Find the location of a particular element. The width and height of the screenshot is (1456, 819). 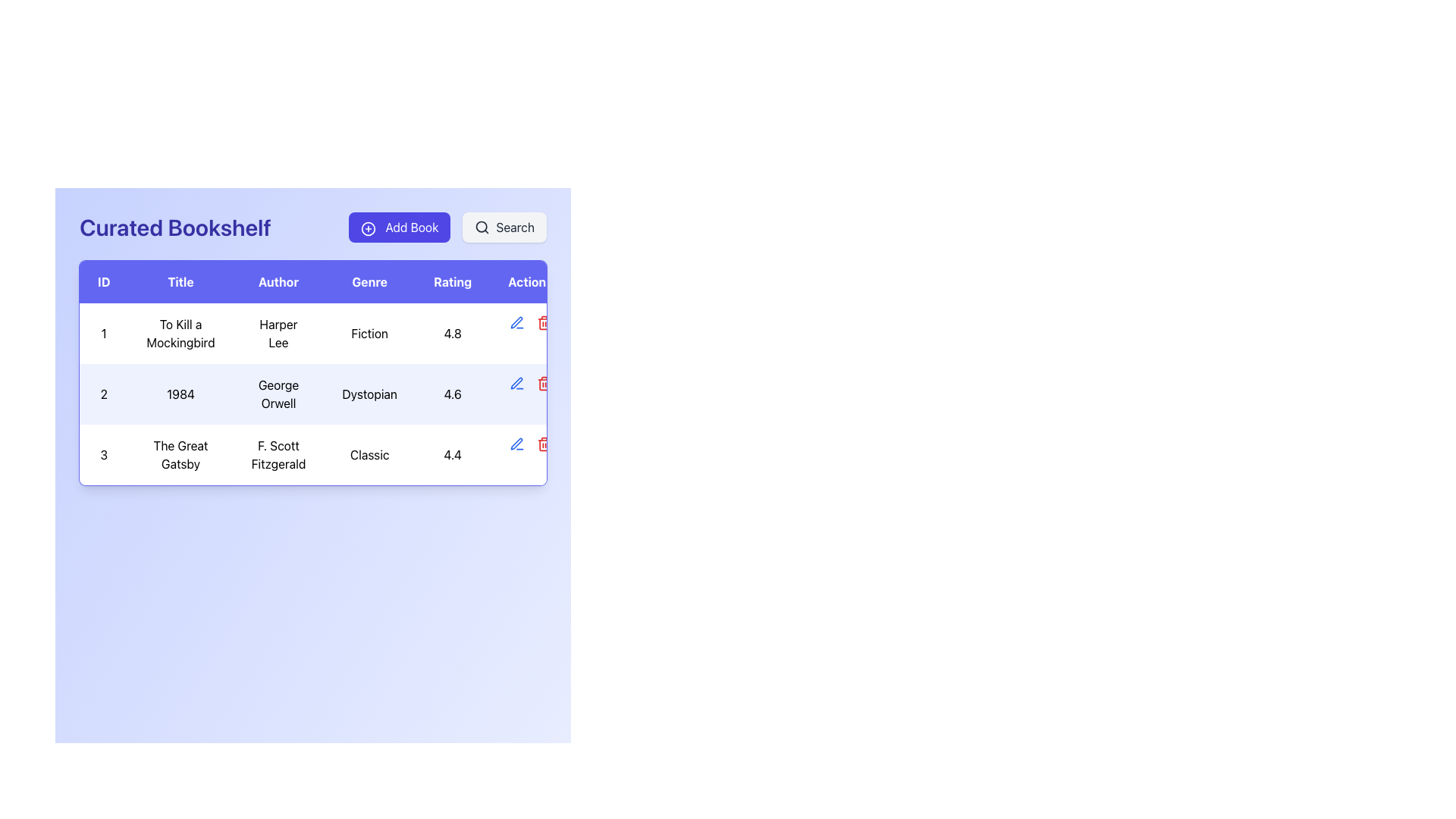

the 'Fiction' genre label in the first row of the Curated Bookshelf interface, located in the fourth column of the table is located at coordinates (369, 332).